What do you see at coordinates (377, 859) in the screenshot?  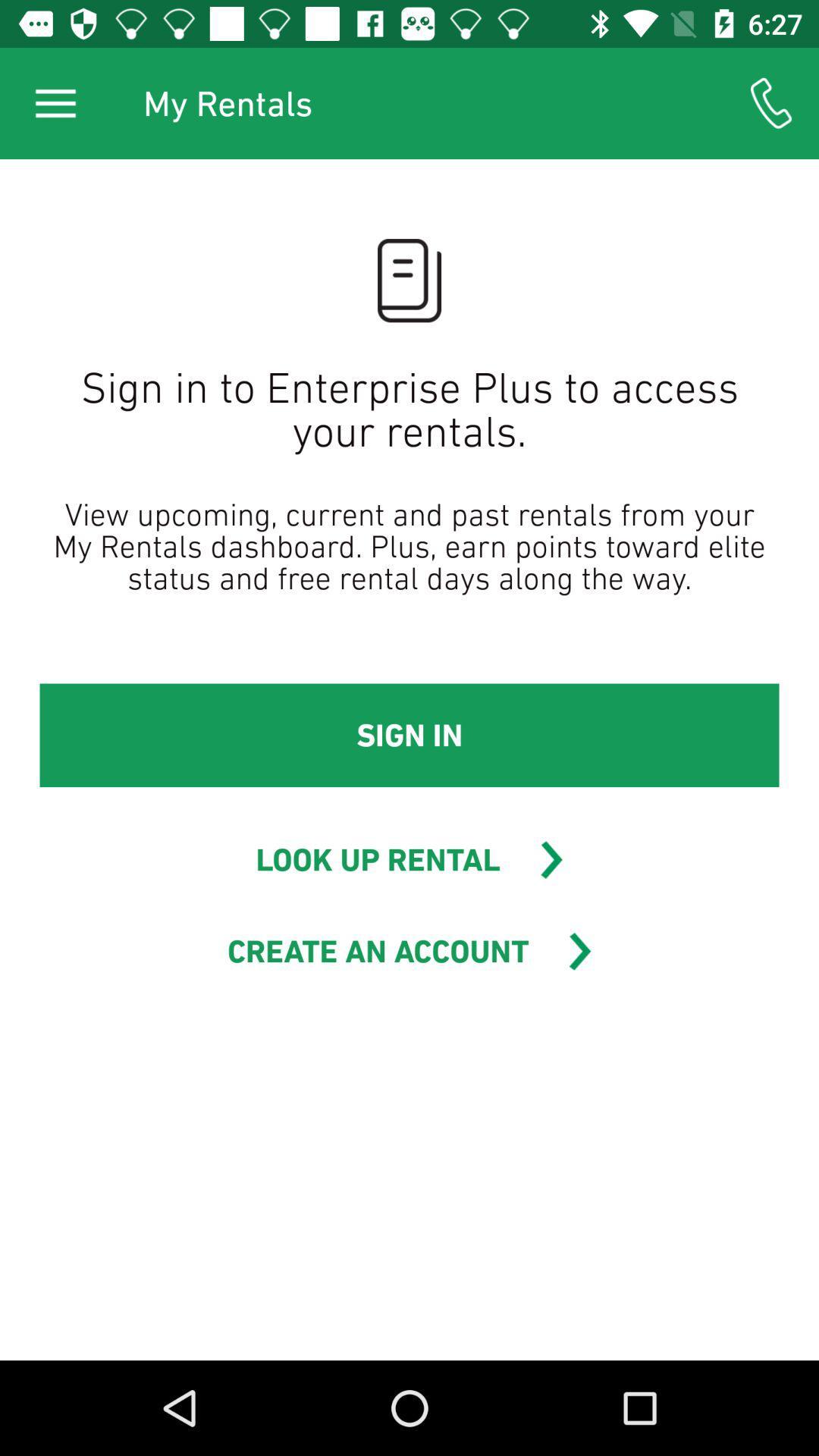 I see `item above the create an account icon` at bounding box center [377, 859].